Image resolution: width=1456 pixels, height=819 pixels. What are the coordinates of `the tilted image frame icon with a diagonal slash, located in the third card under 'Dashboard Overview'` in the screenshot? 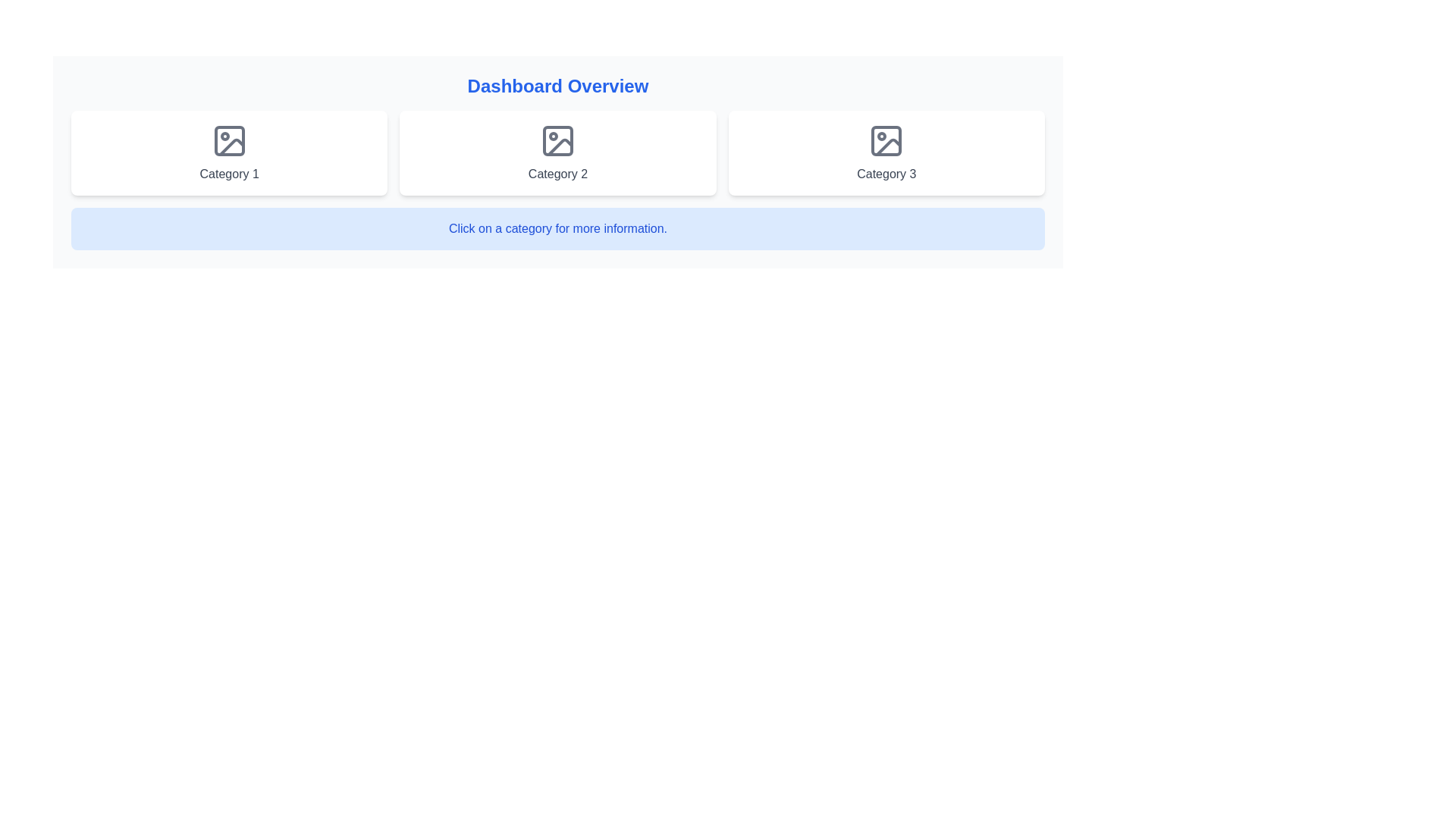 It's located at (889, 147).